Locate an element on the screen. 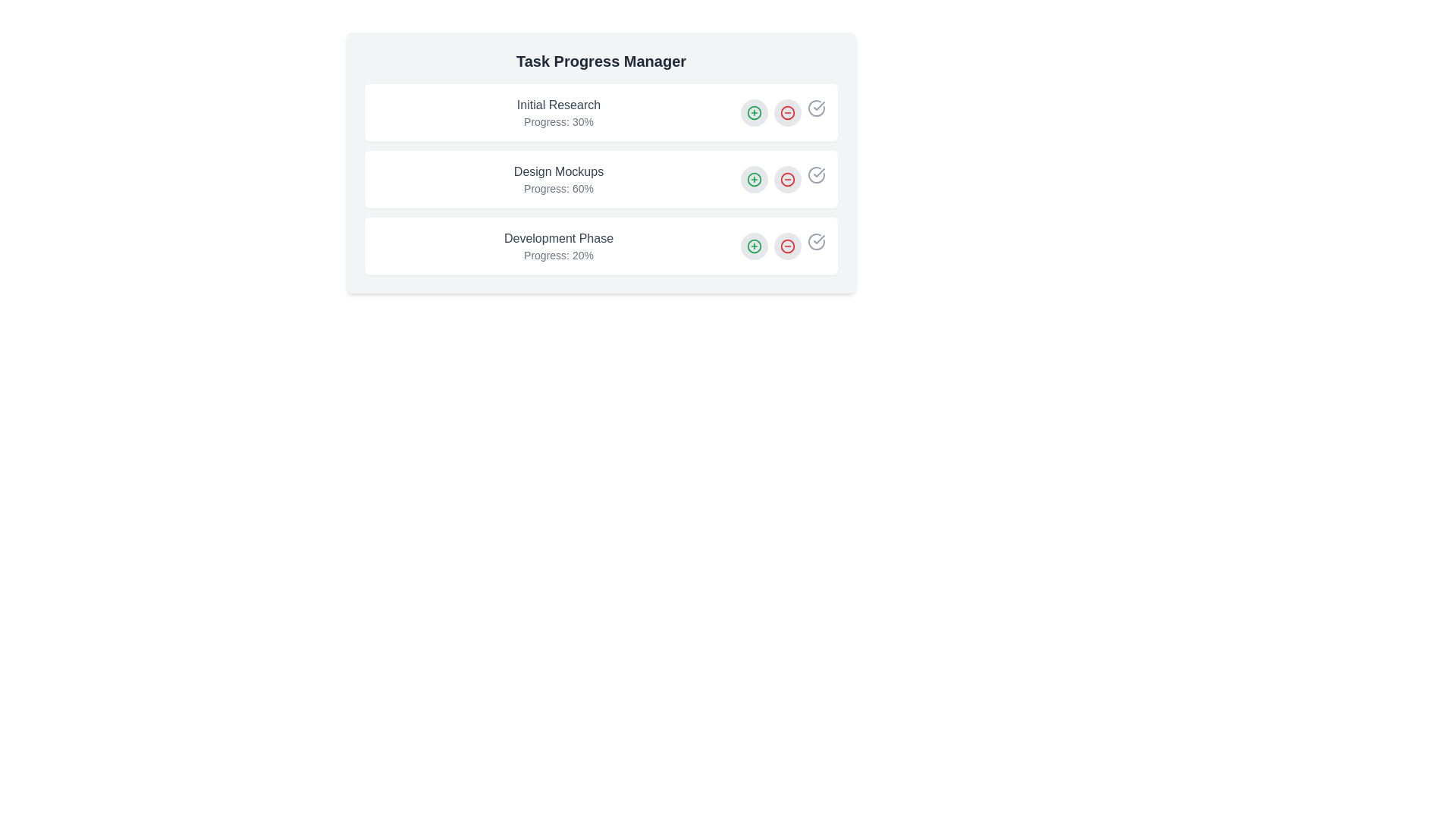 Image resolution: width=1456 pixels, height=819 pixels. the circular red icon with a minus symbol located in the third column of the 'Design Mockups' row in the 'Task Progress Manager' is located at coordinates (787, 178).